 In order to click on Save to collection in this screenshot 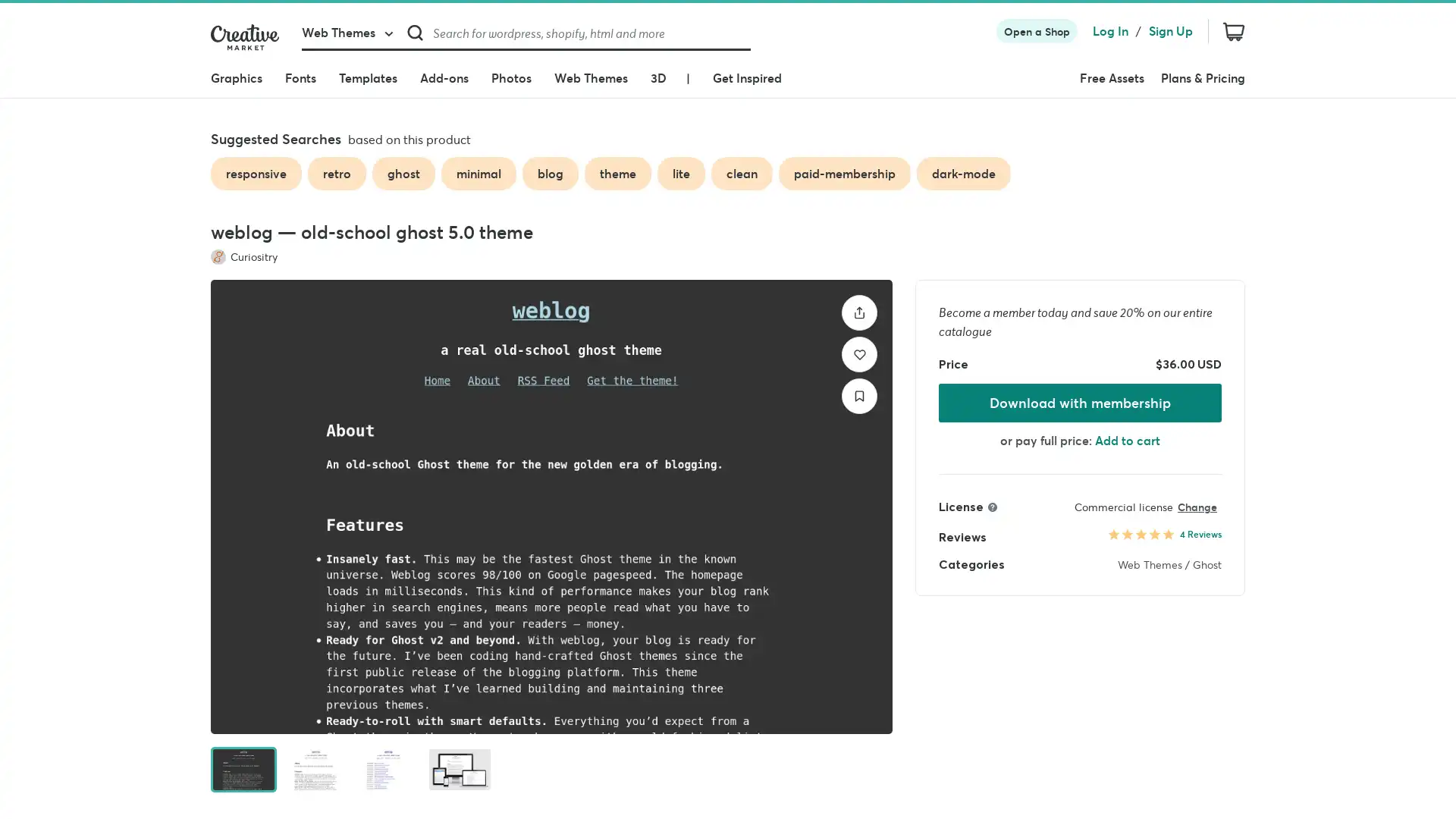, I will do `click(859, 394)`.